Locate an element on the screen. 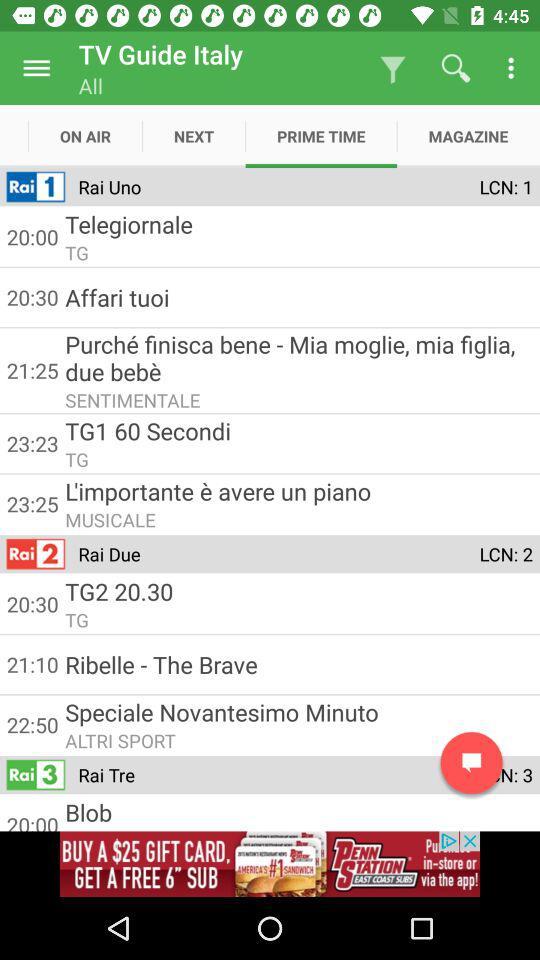  penn station link is located at coordinates (270, 863).